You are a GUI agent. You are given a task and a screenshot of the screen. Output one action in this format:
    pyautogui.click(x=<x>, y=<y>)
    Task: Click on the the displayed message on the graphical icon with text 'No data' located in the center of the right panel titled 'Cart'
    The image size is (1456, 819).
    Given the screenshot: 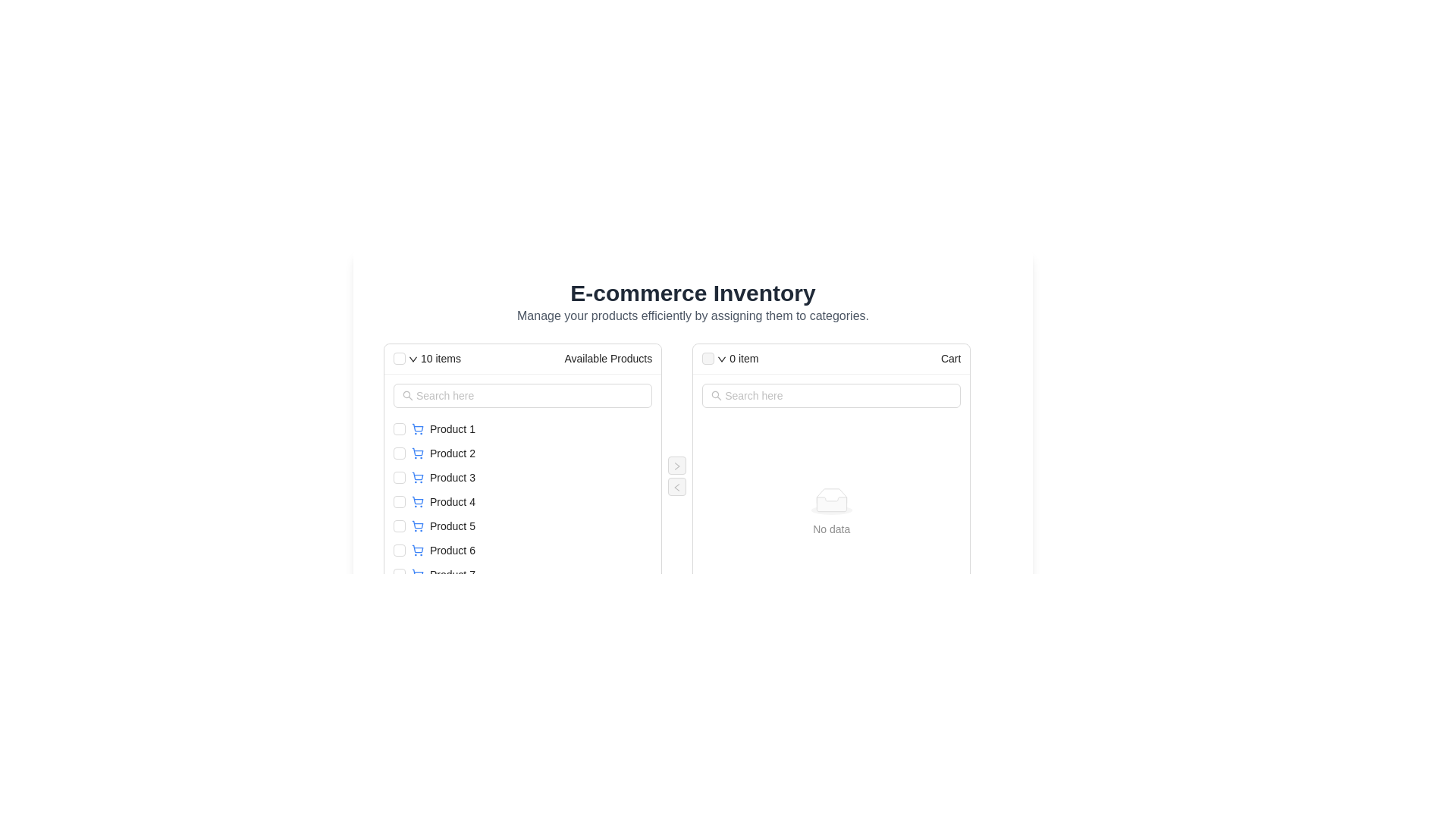 What is the action you would take?
    pyautogui.click(x=830, y=500)
    